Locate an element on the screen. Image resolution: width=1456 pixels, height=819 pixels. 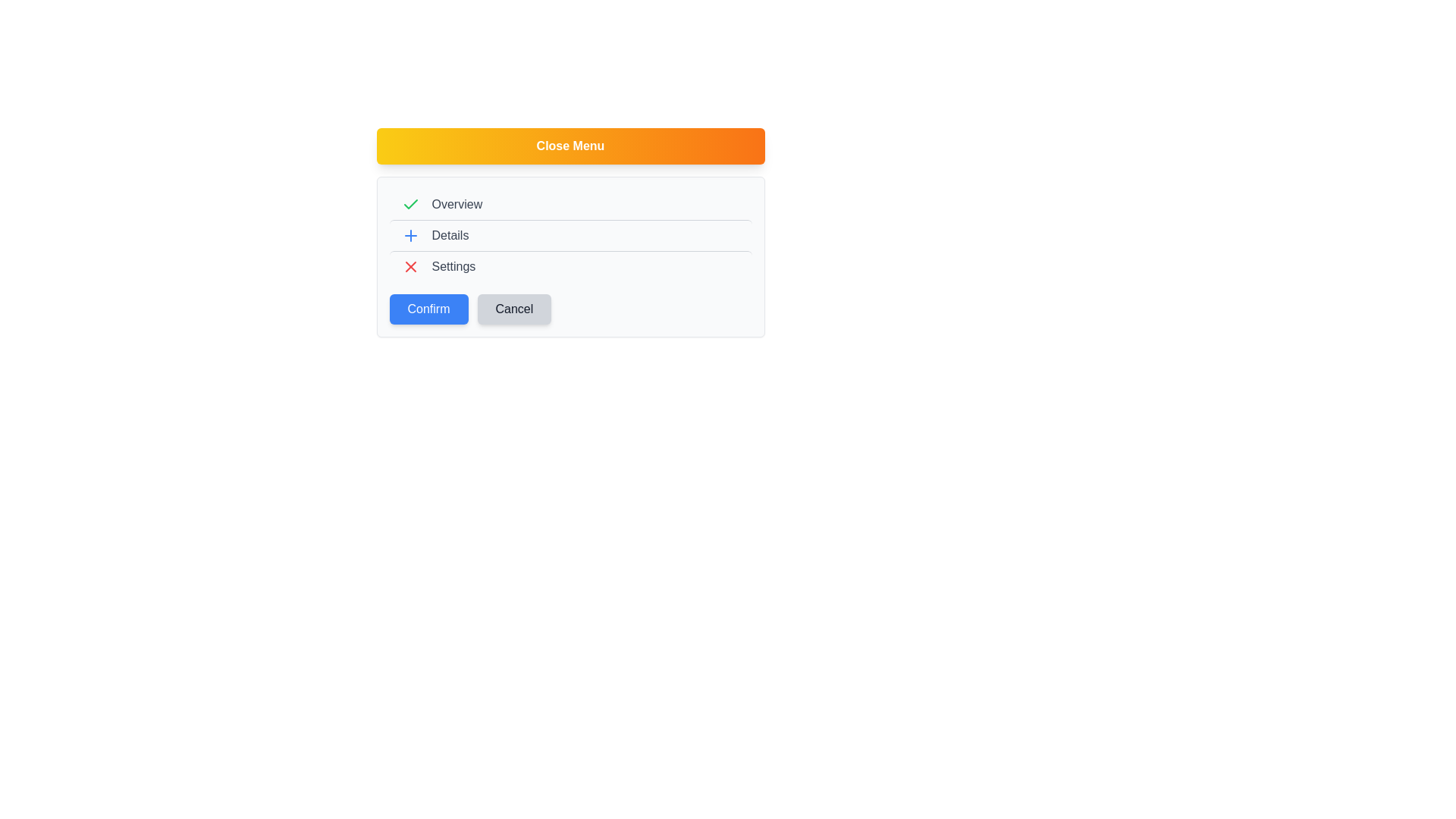
the menu item labeled Details is located at coordinates (570, 235).